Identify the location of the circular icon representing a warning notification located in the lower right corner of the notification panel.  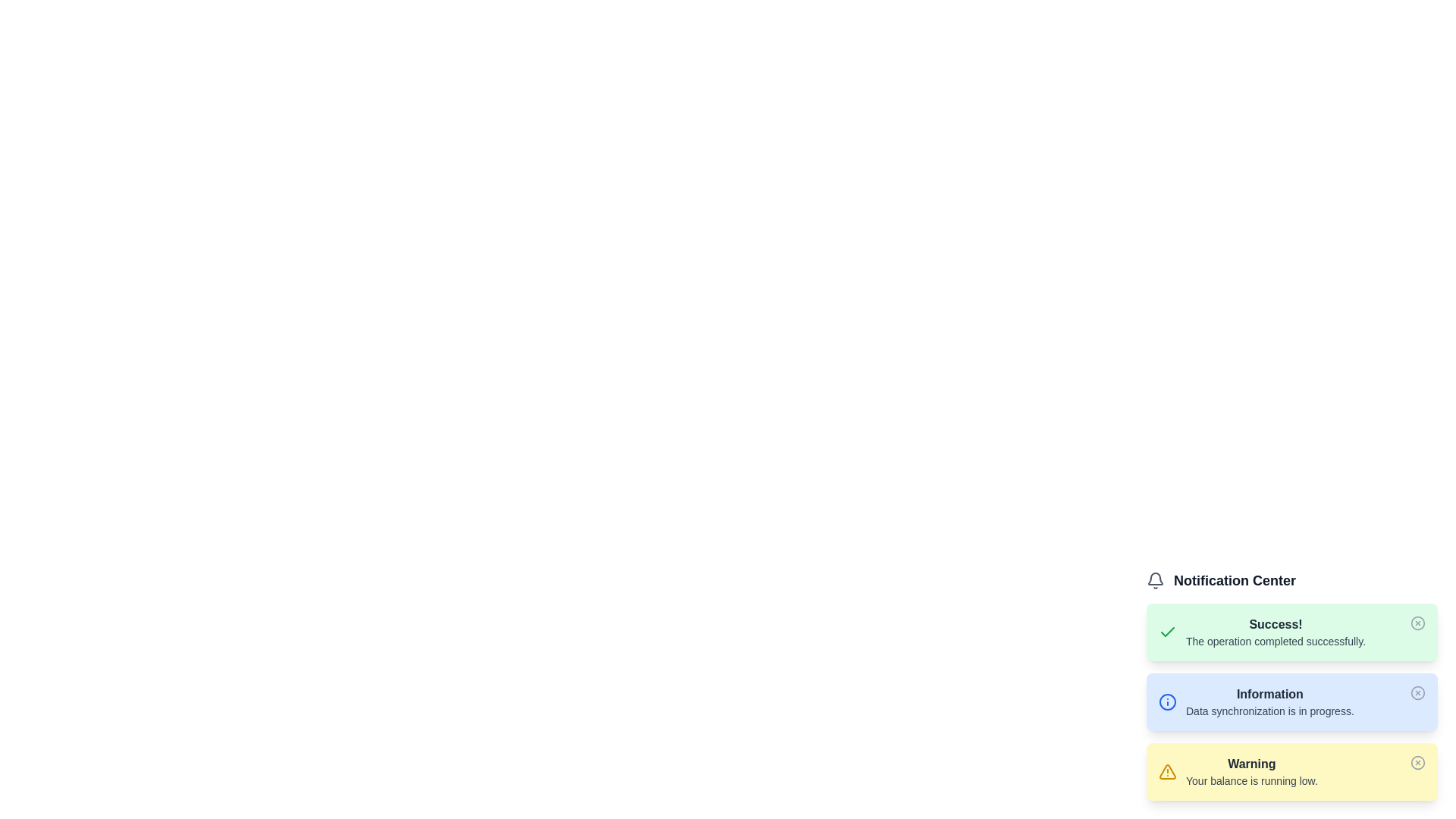
(1417, 763).